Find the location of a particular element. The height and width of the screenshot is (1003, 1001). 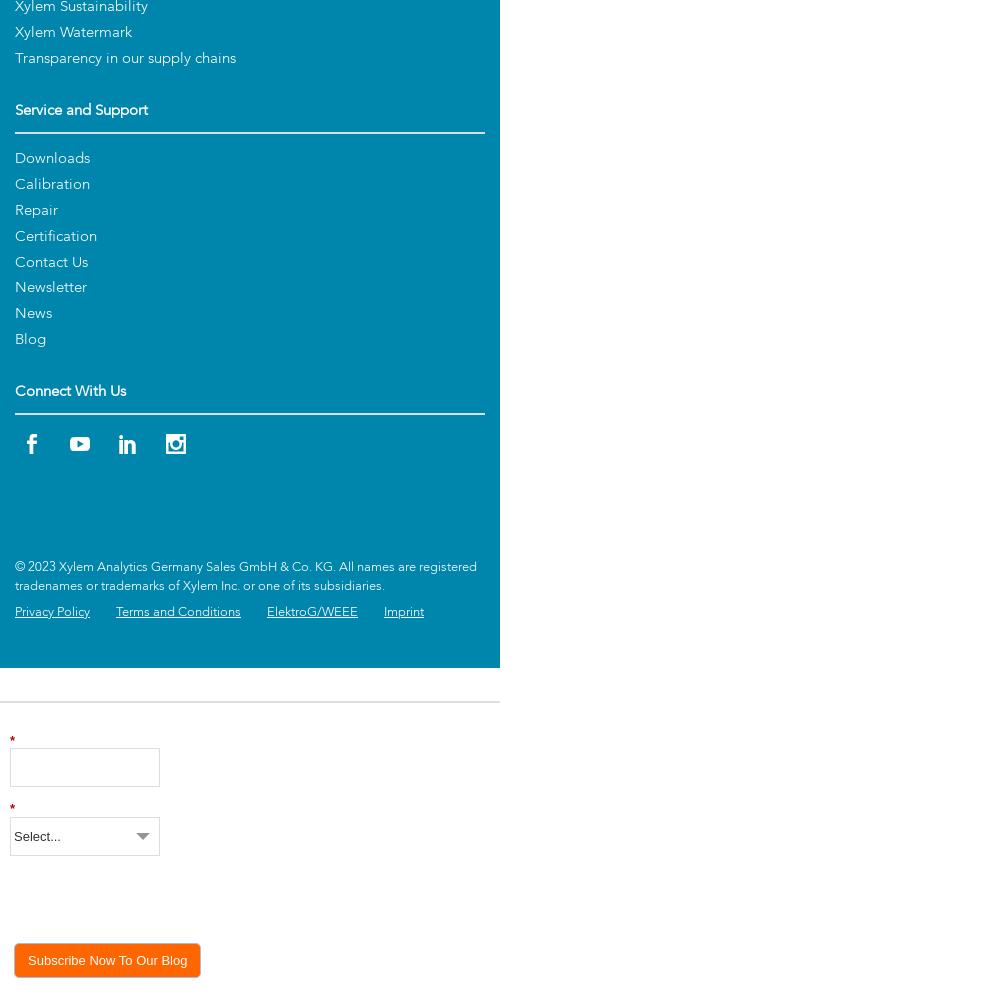

'By clicking on "Subscribe Now To Our Blog", you agree that Xylem may use your personal data. We respect your privacy, please have a look at our' is located at coordinates (185, 888).